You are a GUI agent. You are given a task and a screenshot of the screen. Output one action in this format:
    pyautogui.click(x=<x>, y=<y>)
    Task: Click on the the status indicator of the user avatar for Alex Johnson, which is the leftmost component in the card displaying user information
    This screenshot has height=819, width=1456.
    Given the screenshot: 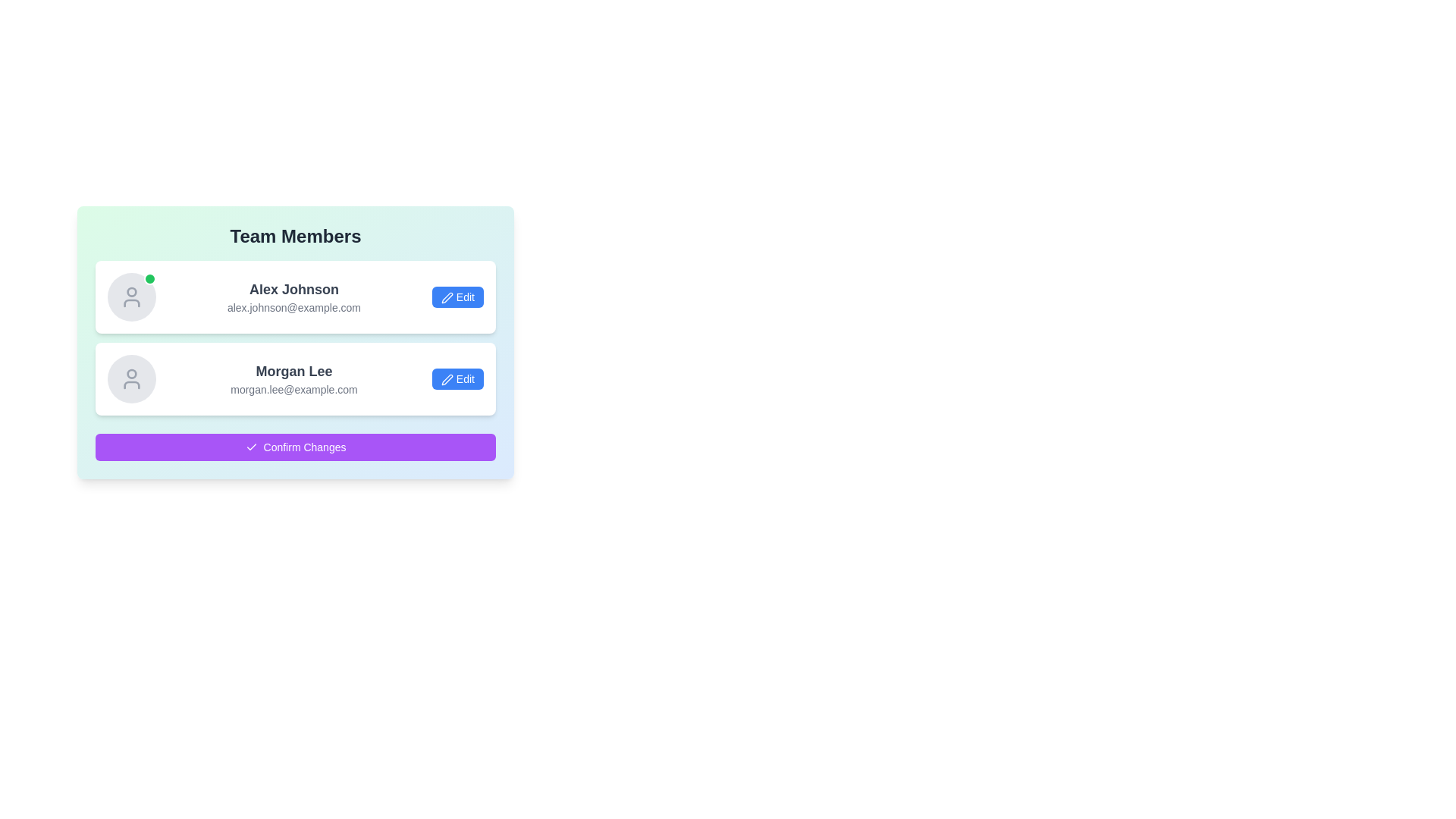 What is the action you would take?
    pyautogui.click(x=131, y=297)
    